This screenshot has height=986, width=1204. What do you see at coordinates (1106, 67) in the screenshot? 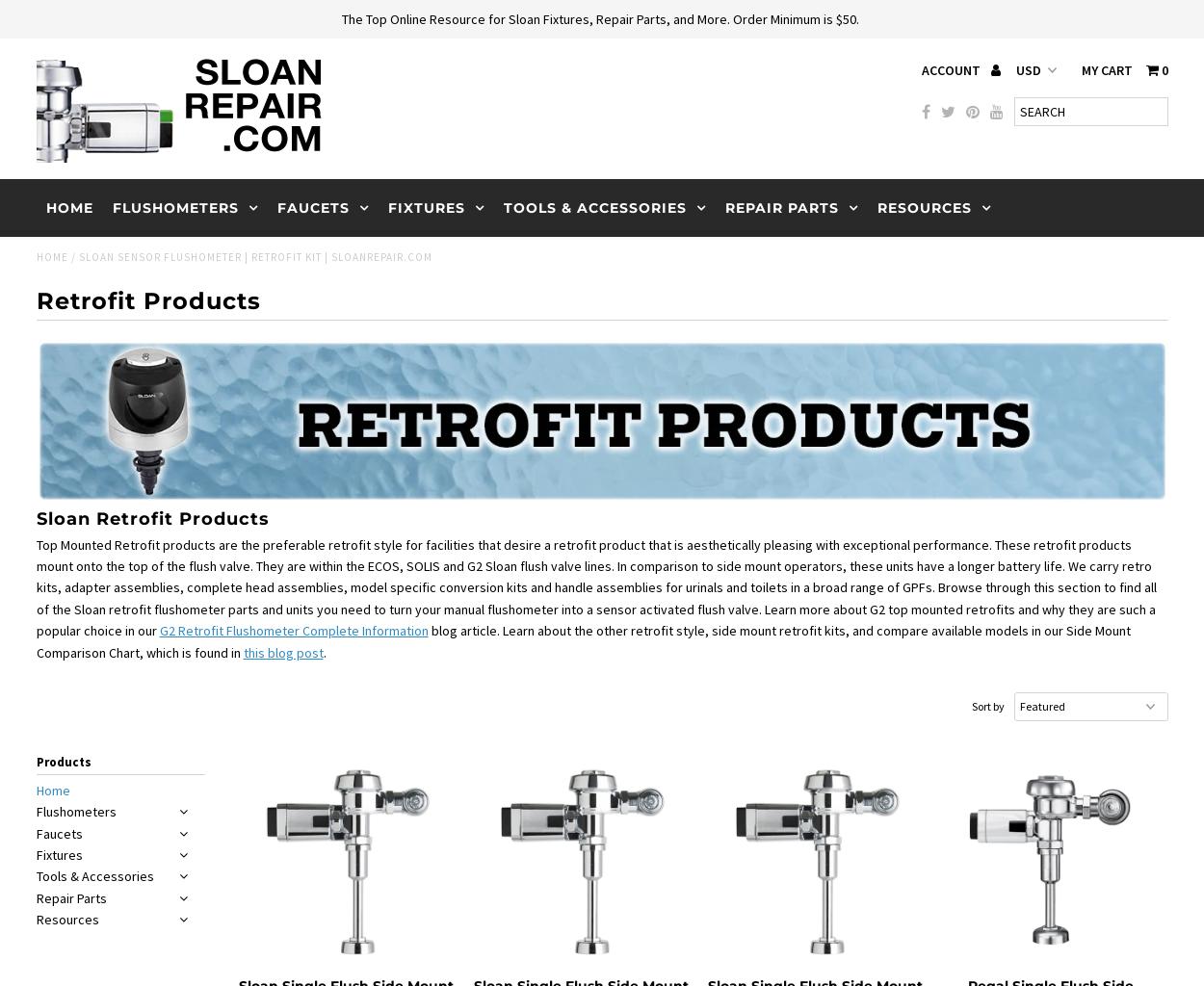
I see `'My Cart'` at bounding box center [1106, 67].